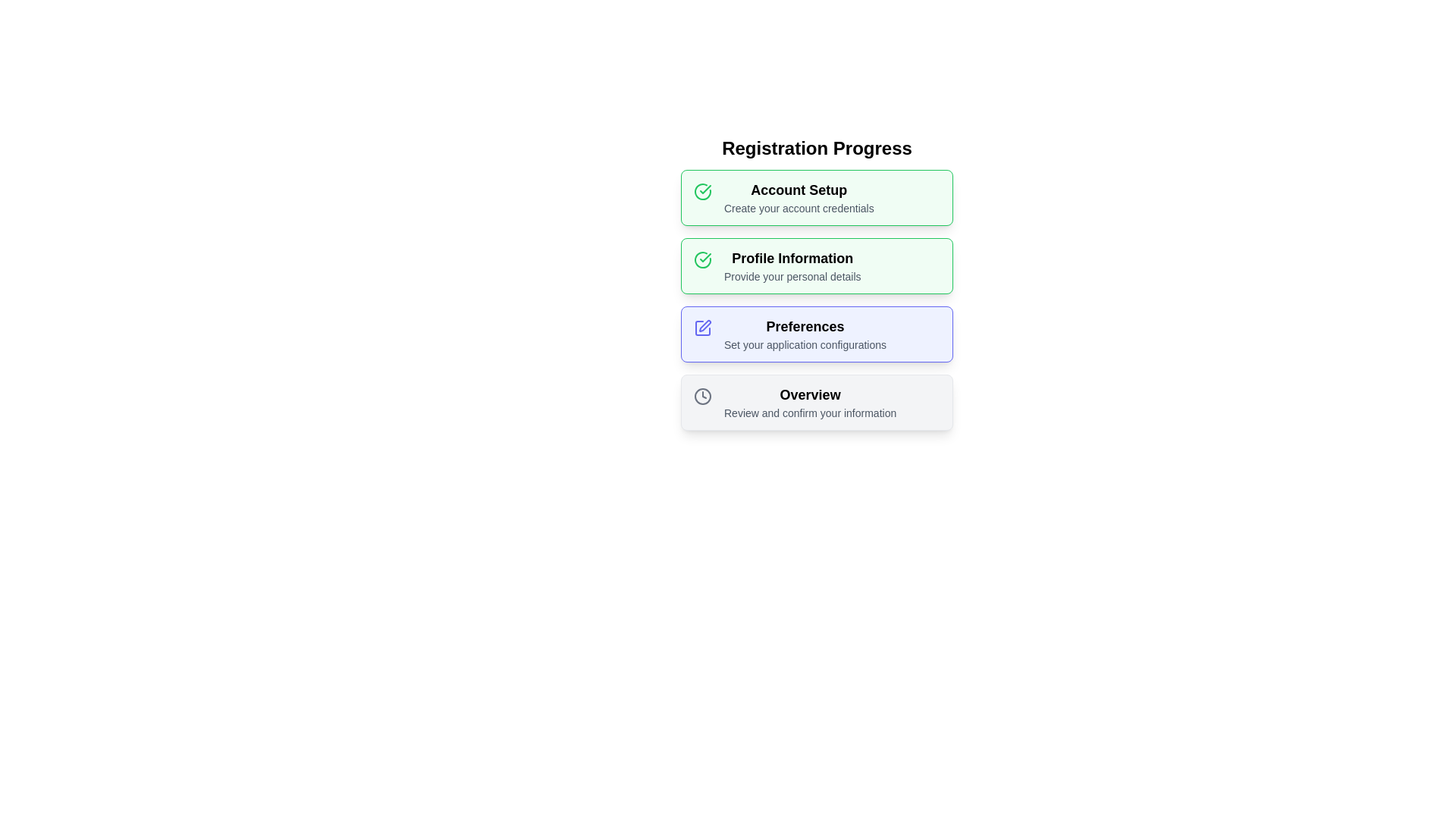 The image size is (1456, 819). What do you see at coordinates (701, 327) in the screenshot?
I see `the 'Preferences' step icon in the registration process interface, located in the right section of the step, which visually indicates this stage of registration` at bounding box center [701, 327].